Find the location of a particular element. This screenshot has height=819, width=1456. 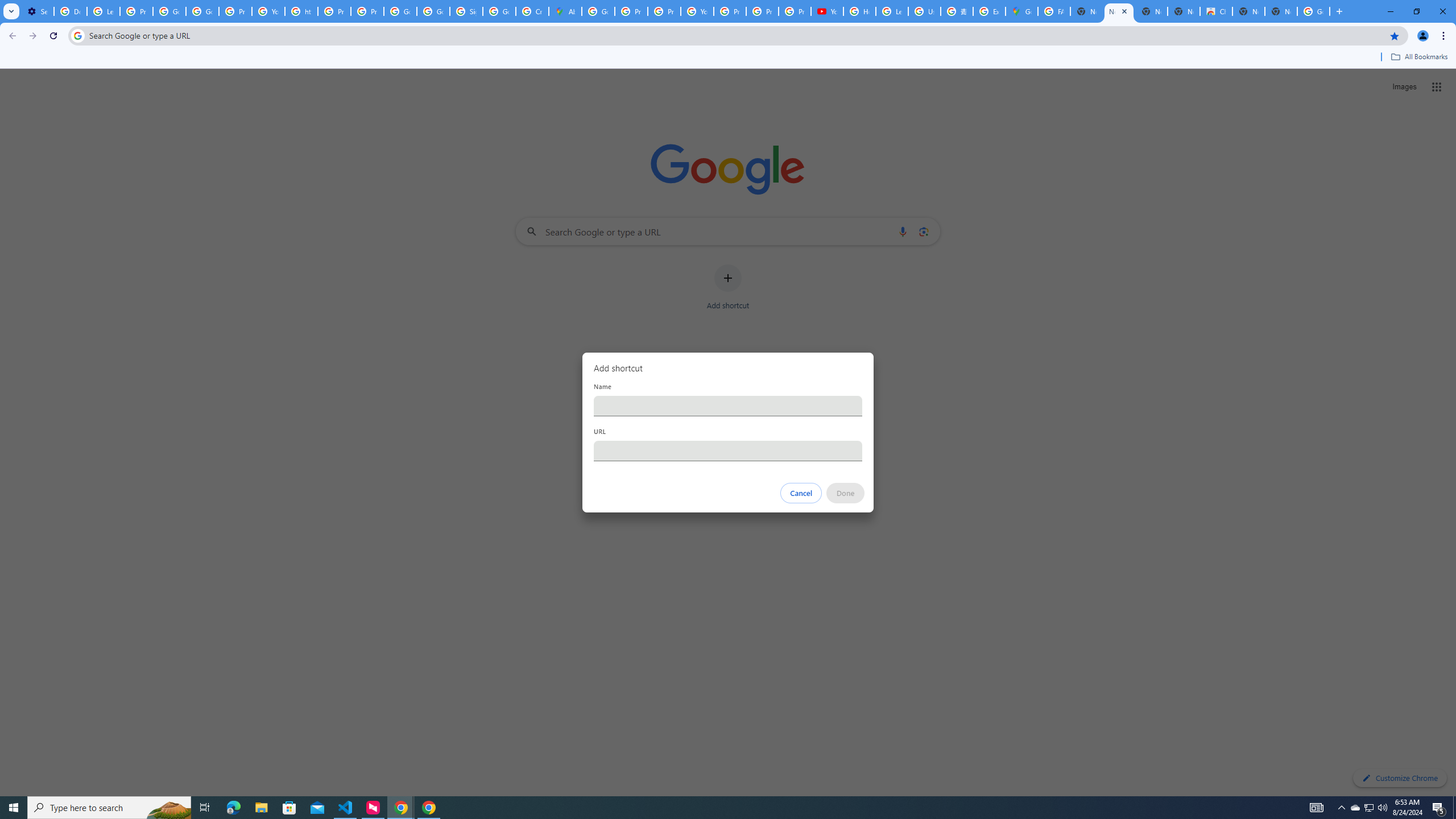

'Cancel' is located at coordinates (801, 493).